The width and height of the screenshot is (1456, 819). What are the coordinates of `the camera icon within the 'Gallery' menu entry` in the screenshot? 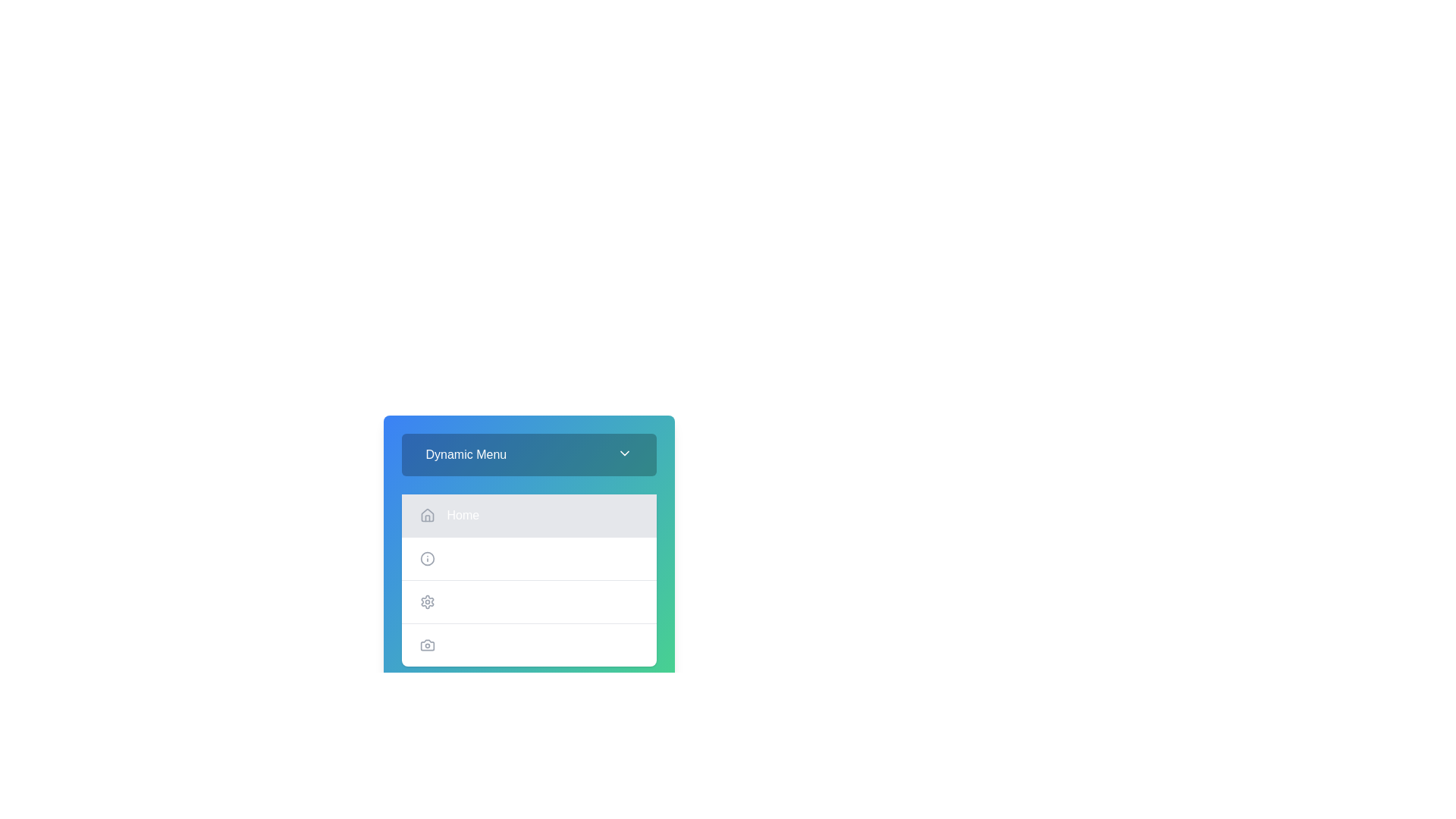 It's located at (426, 645).